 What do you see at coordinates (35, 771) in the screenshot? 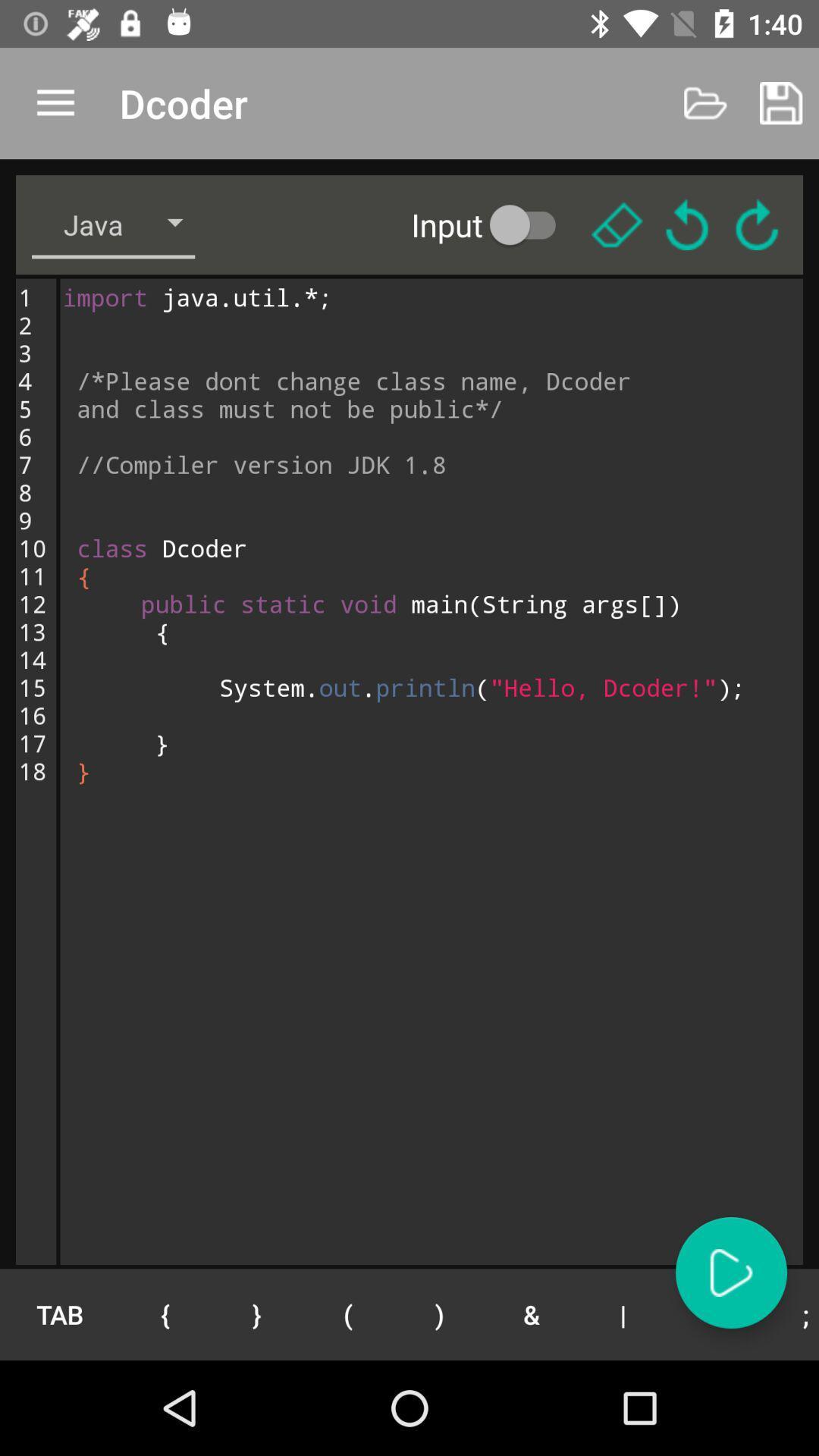
I see `the 1 2 3` at bounding box center [35, 771].